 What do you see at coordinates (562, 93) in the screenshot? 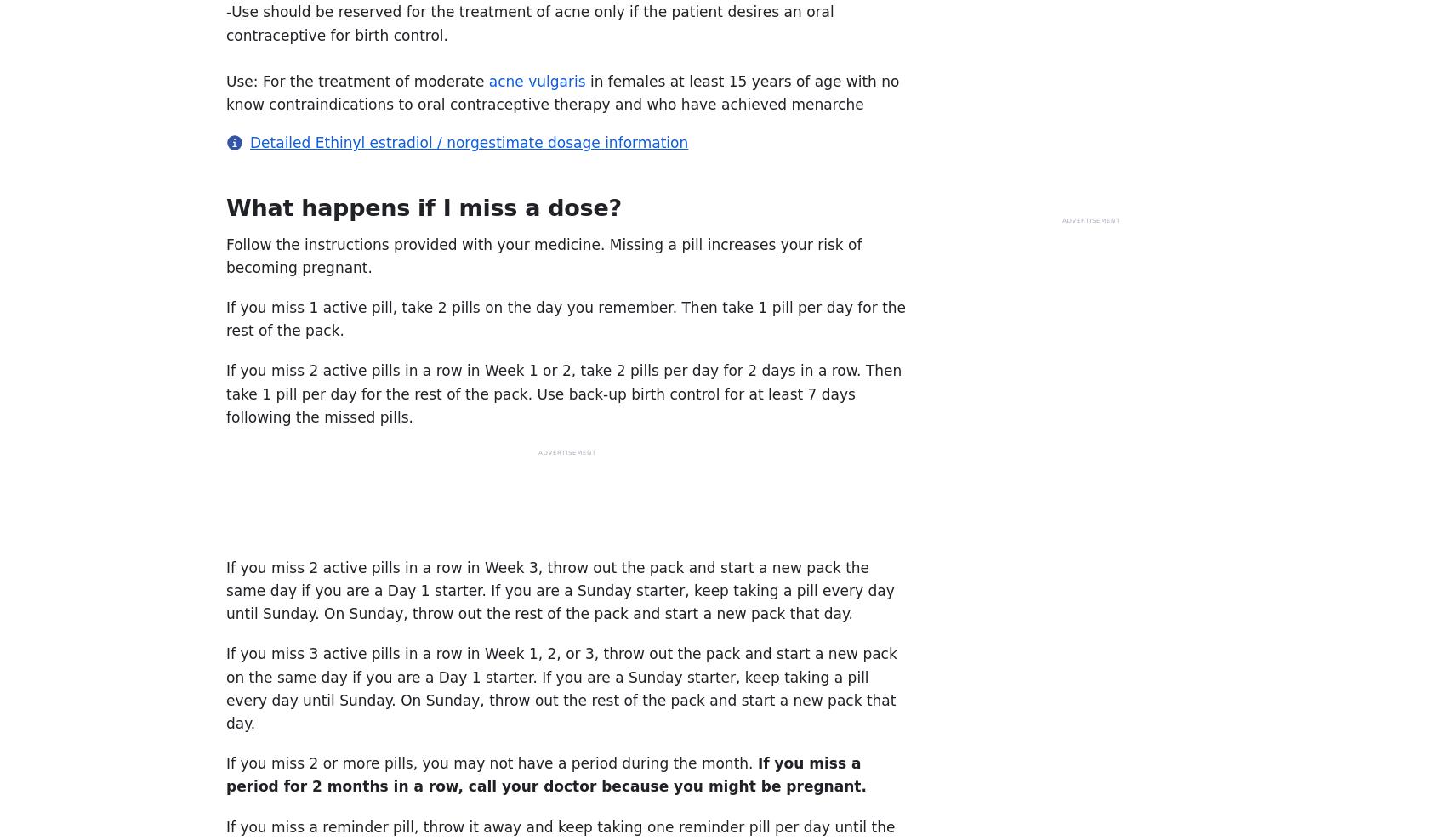
I see `'in females at least 15 years of age with no know contraindications to oral contraceptive therapy and who have achieved menarche'` at bounding box center [562, 93].